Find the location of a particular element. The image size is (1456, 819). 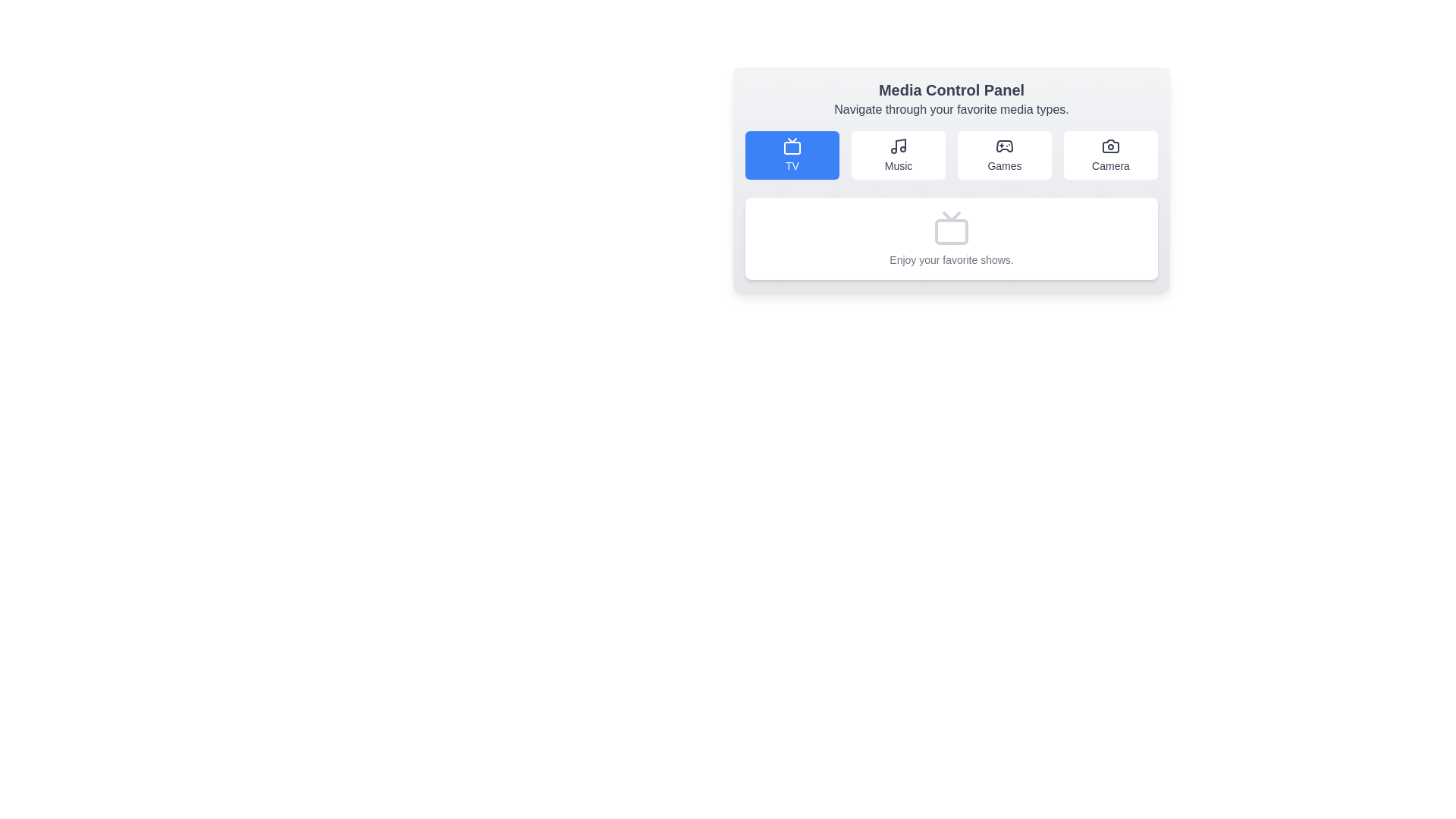

the button that selects the 'TV' media type, located in the top-left corner of a grid layout before the 'Music', 'Games', and 'Camera' buttons is located at coordinates (792, 155).